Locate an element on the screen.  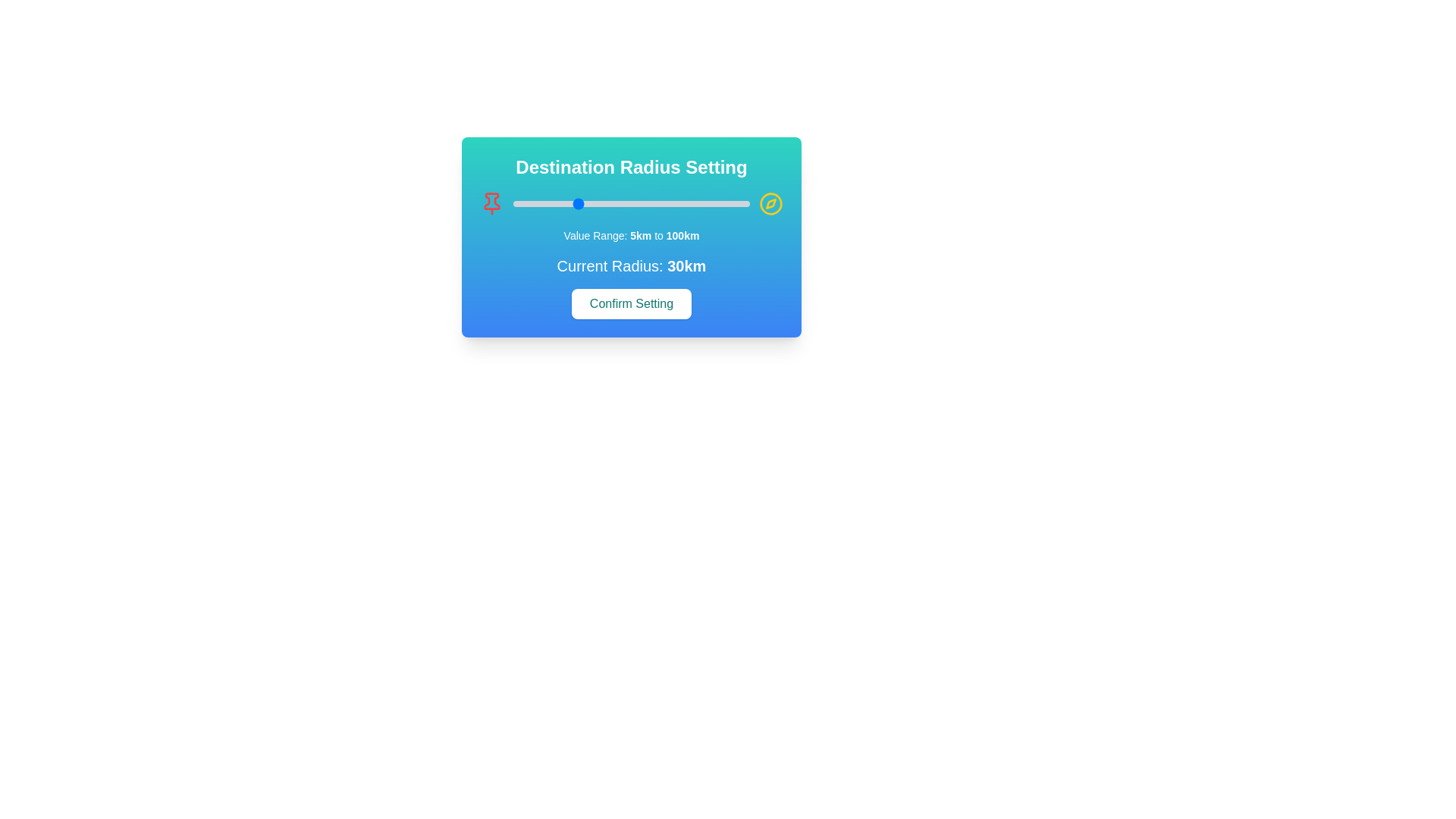
the 'Confirm Setting' button to apply the radius setting is located at coordinates (631, 304).